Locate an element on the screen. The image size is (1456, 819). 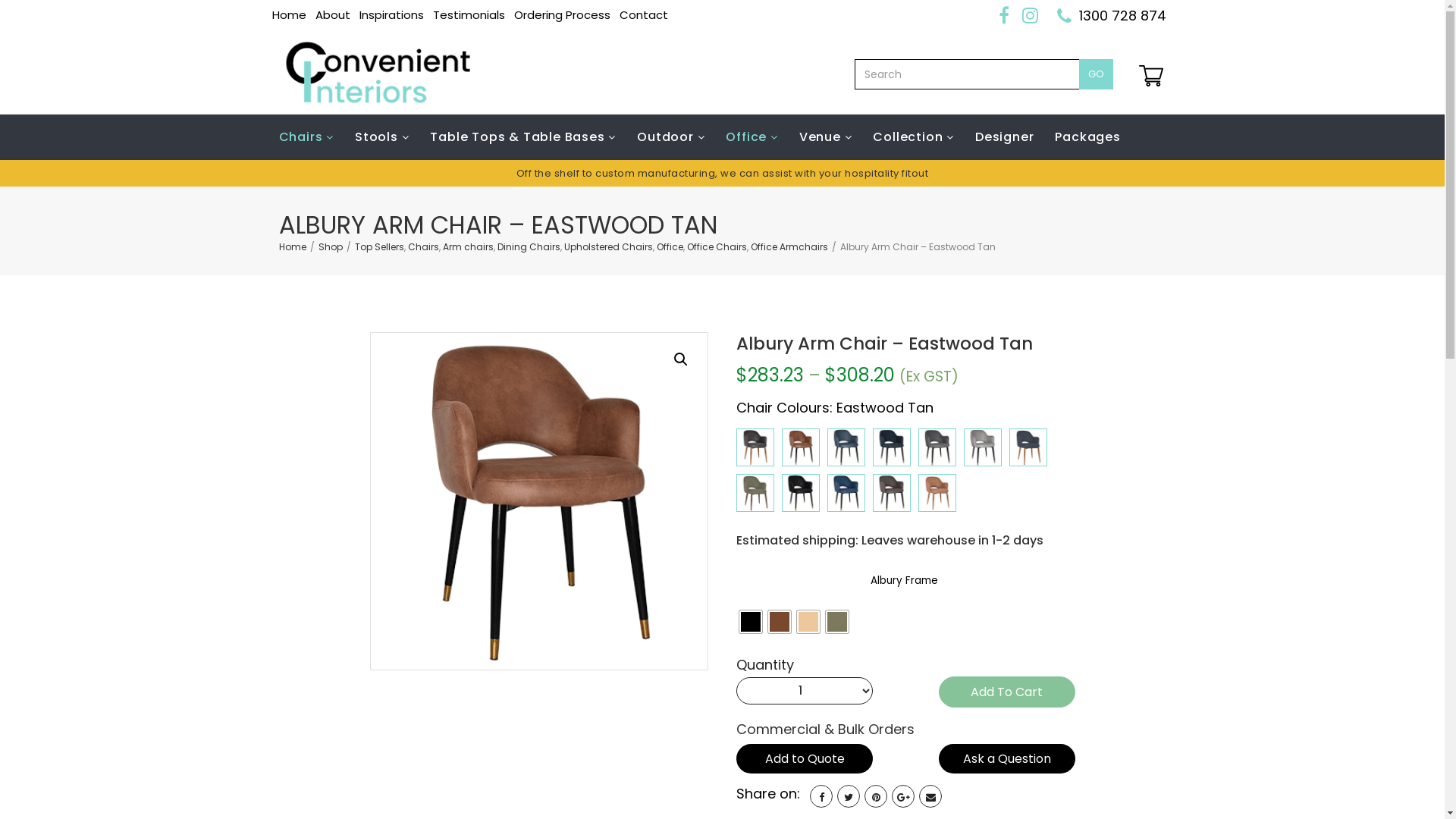
'Albury Arm Chair - Vinyl Charcoal' is located at coordinates (892, 493).